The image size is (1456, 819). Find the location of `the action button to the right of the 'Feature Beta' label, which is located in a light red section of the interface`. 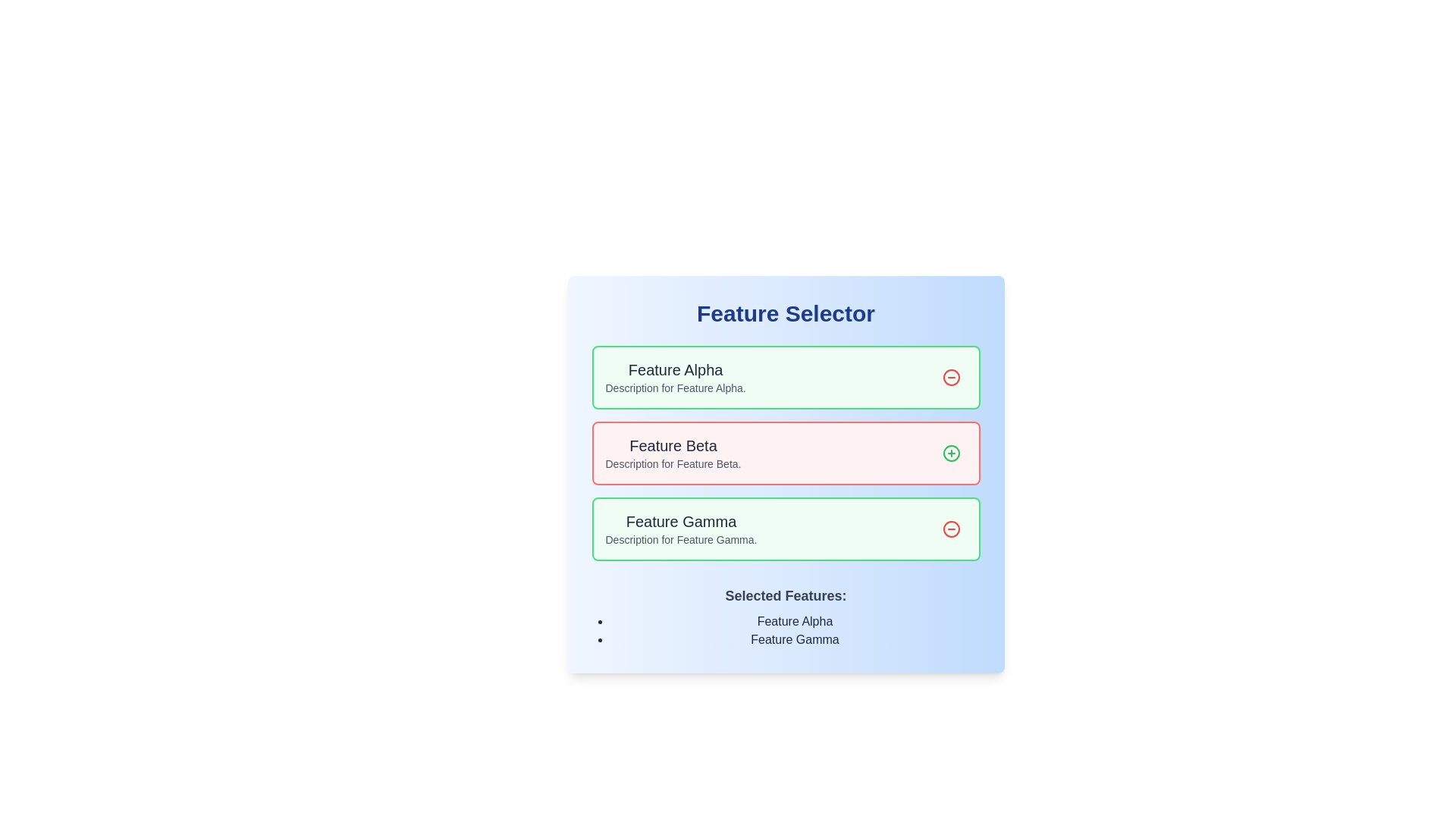

the action button to the right of the 'Feature Beta' label, which is located in a light red section of the interface is located at coordinates (950, 452).